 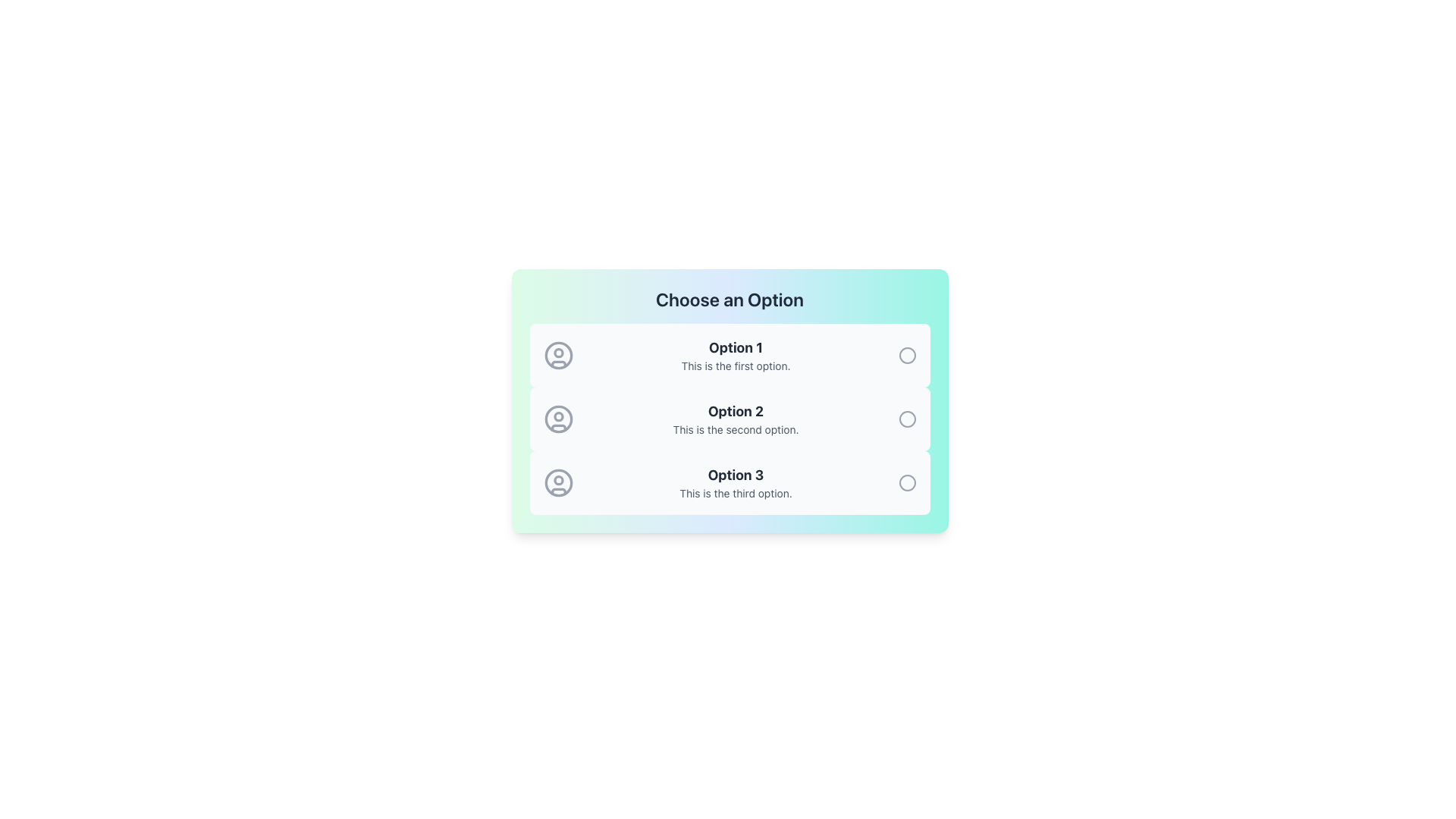 What do you see at coordinates (907, 356) in the screenshot?
I see `the topmost radio button in the vertical selection layout on the right` at bounding box center [907, 356].